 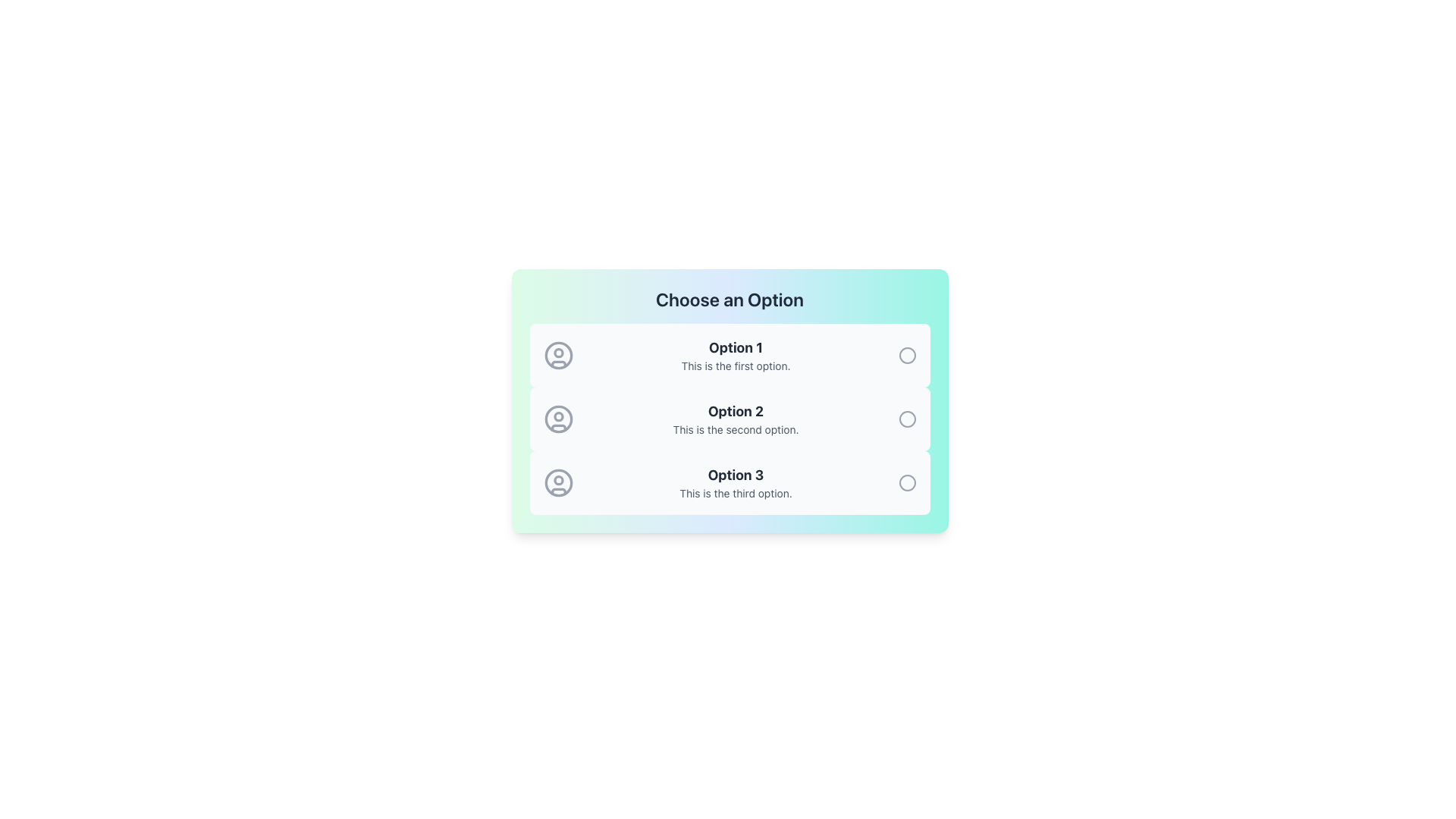 What do you see at coordinates (907, 356) in the screenshot?
I see `the topmost radio button in the vertical selection layout on the right` at bounding box center [907, 356].